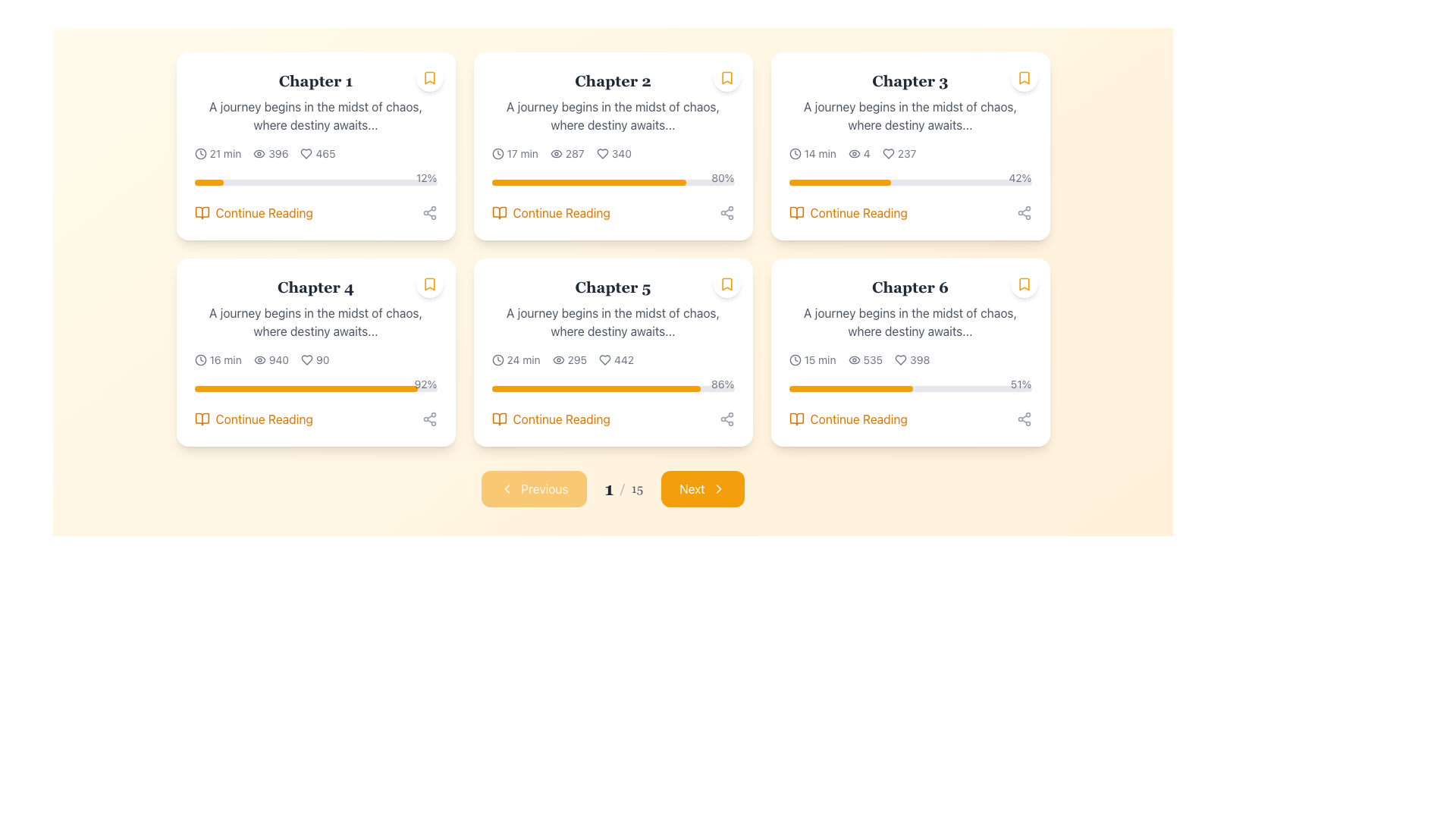 This screenshot has width=1456, height=819. Describe the element at coordinates (613, 154) in the screenshot. I see `the heart icon adjacent to the text displaying the number of likes for 'Chapter 2', which is the third item in the horizontal list of metadata` at that location.